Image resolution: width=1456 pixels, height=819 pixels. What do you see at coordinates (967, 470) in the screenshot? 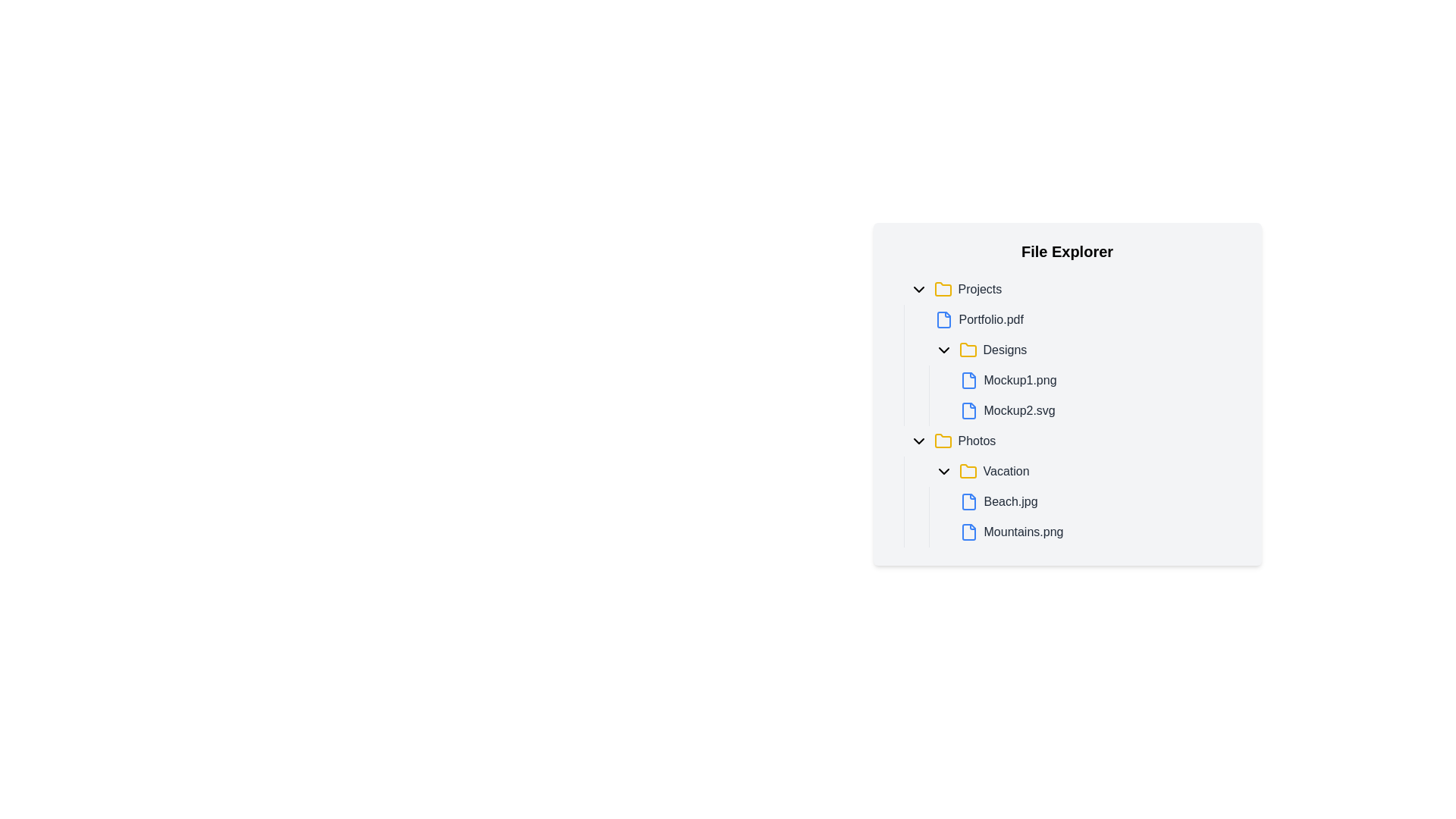
I see `the folder icon labeled 'Vacation'` at bounding box center [967, 470].